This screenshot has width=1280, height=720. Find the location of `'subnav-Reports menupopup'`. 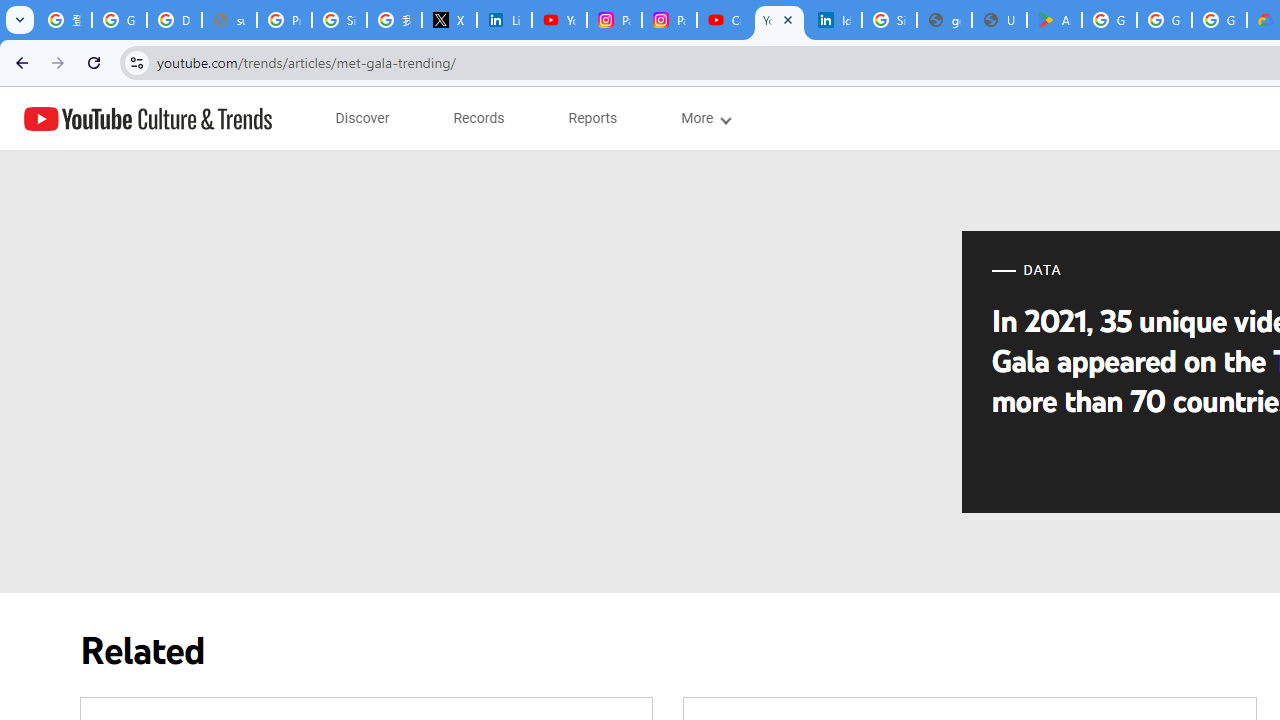

'subnav-Reports menupopup' is located at coordinates (592, 118).